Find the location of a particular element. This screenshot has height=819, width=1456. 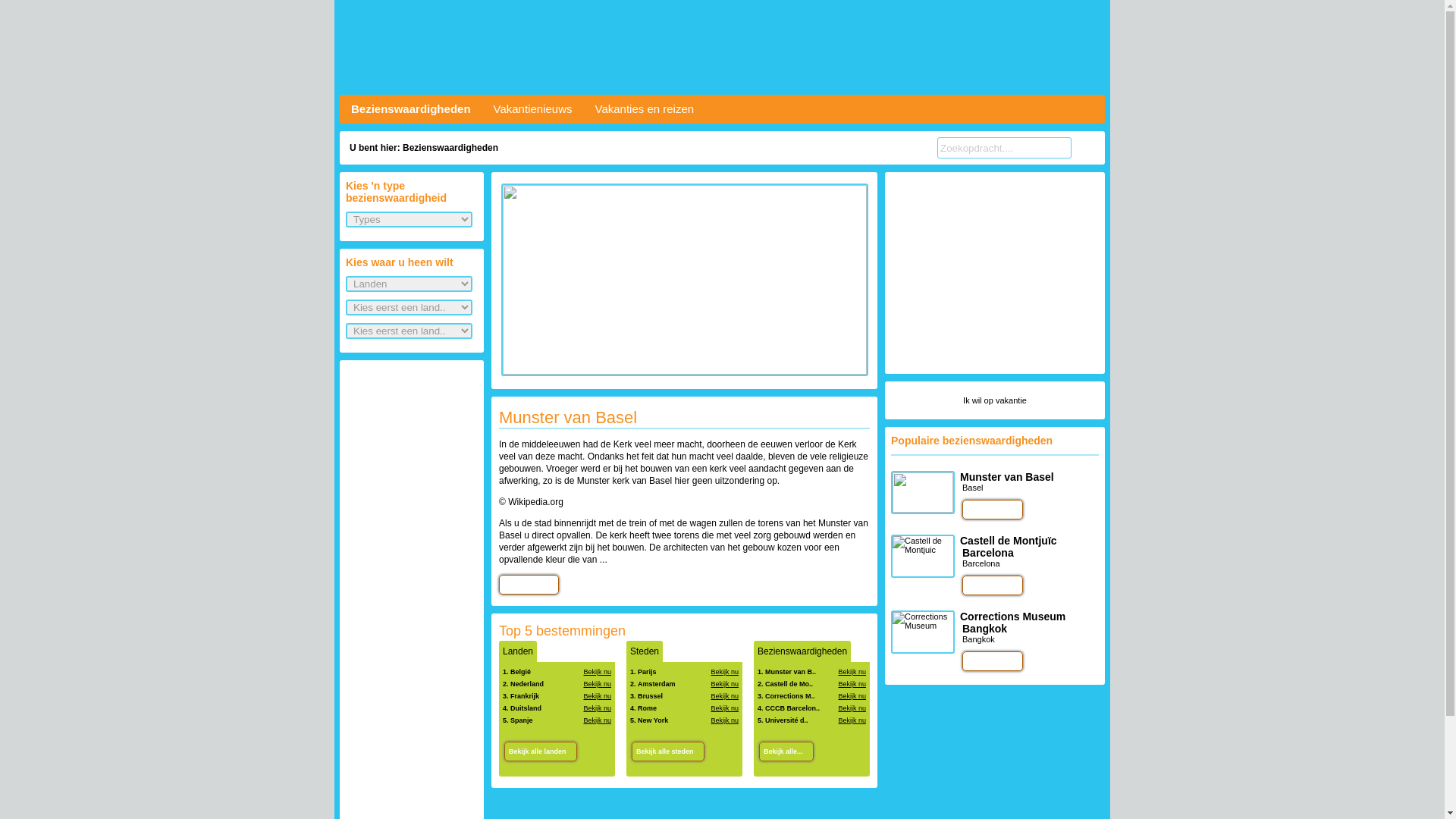

'Bekijk nu' is located at coordinates (596, 696).